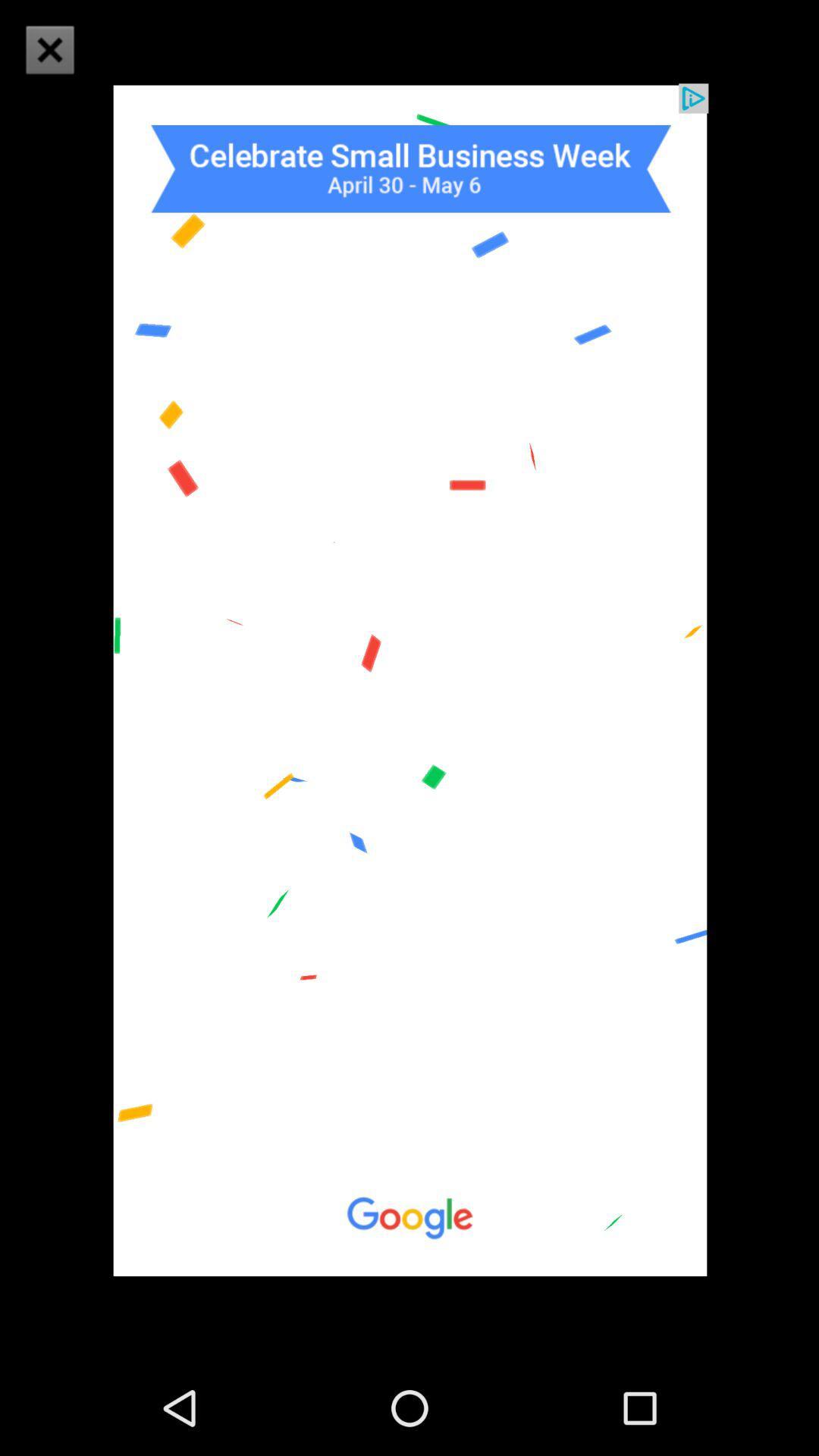 The width and height of the screenshot is (819, 1456). Describe the element at coordinates (49, 53) in the screenshot. I see `the close icon` at that location.